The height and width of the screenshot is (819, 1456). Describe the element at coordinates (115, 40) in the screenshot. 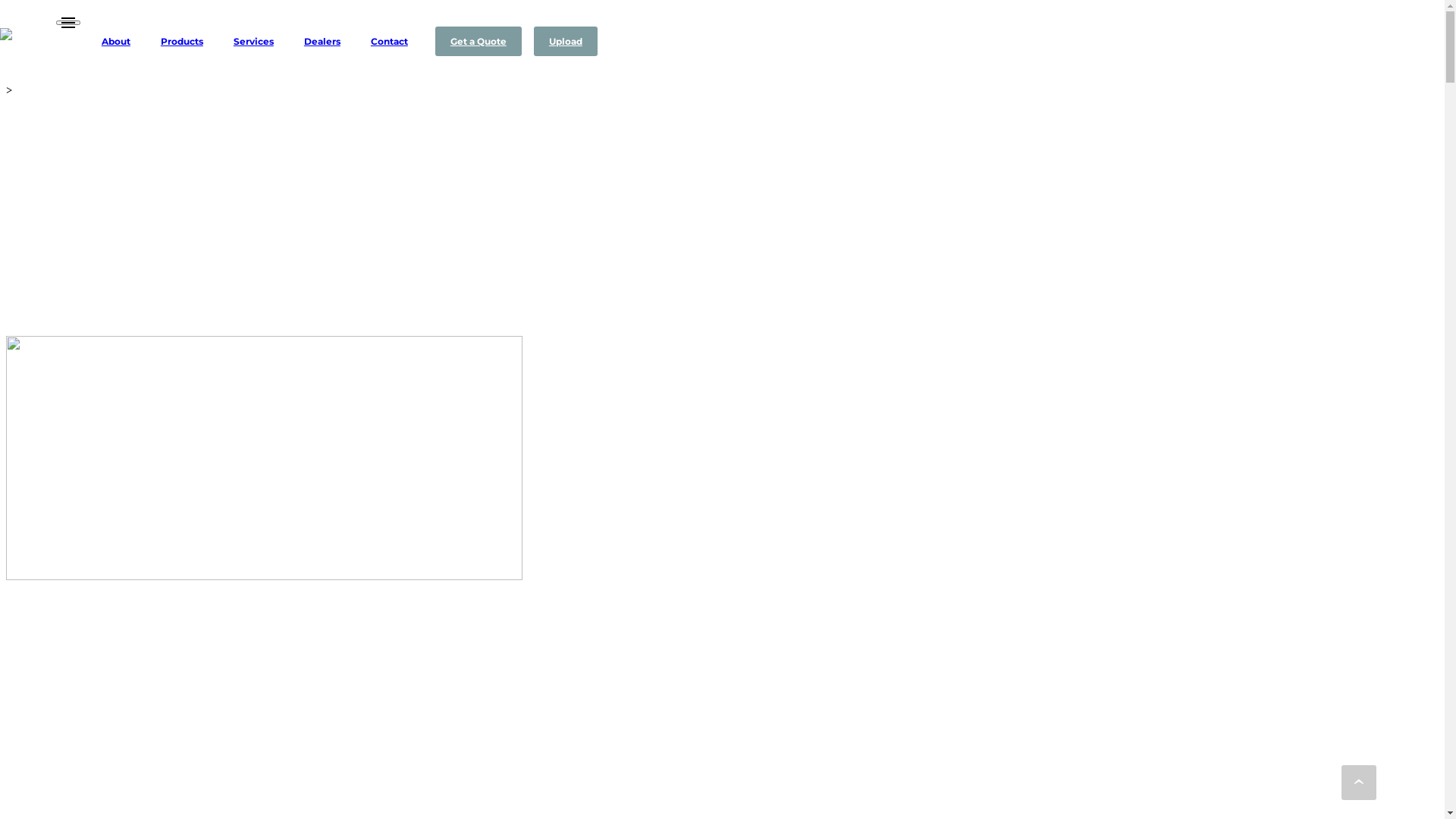

I see `'About'` at that location.